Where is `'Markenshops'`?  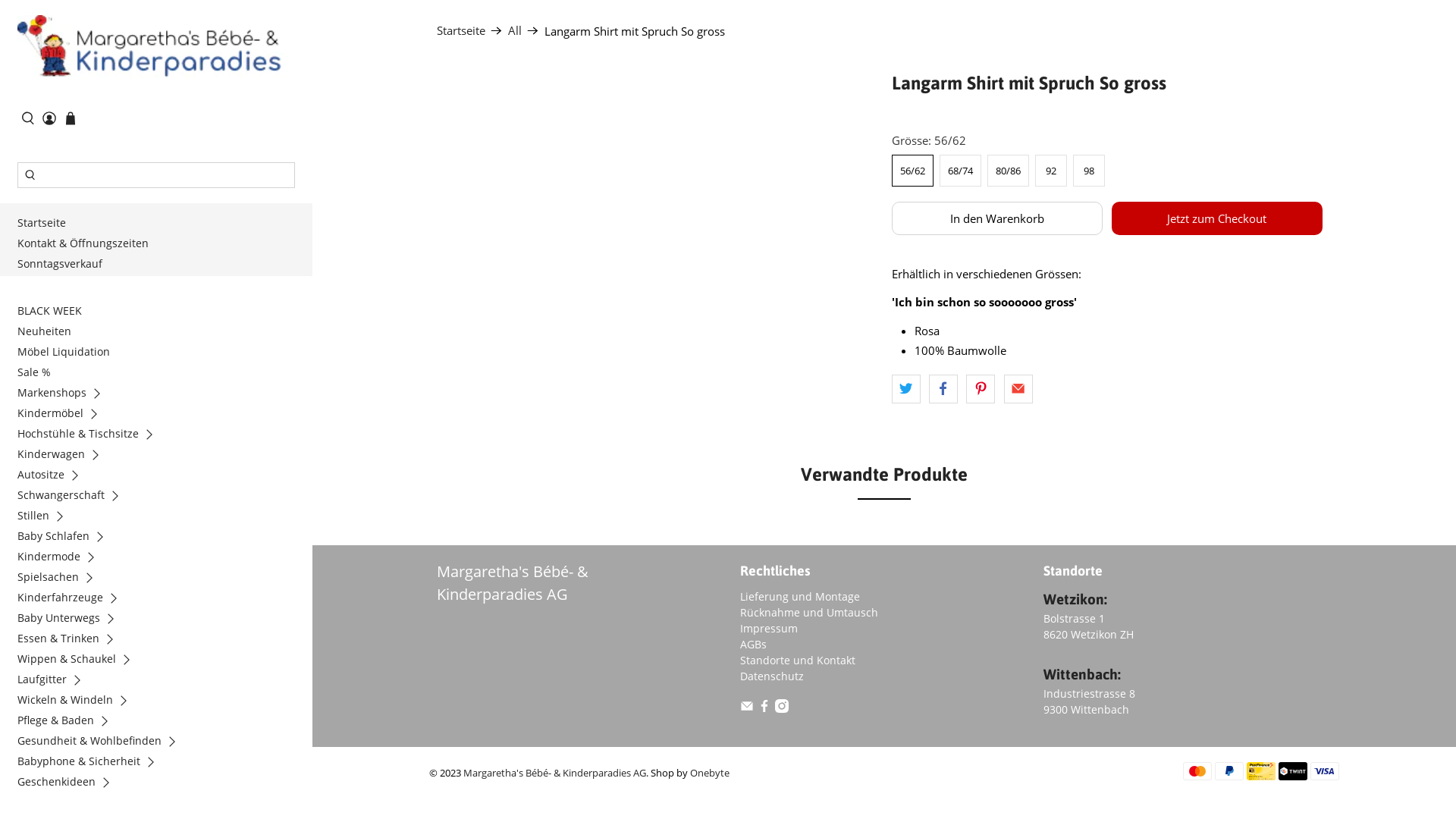
'Markenshops' is located at coordinates (64, 394).